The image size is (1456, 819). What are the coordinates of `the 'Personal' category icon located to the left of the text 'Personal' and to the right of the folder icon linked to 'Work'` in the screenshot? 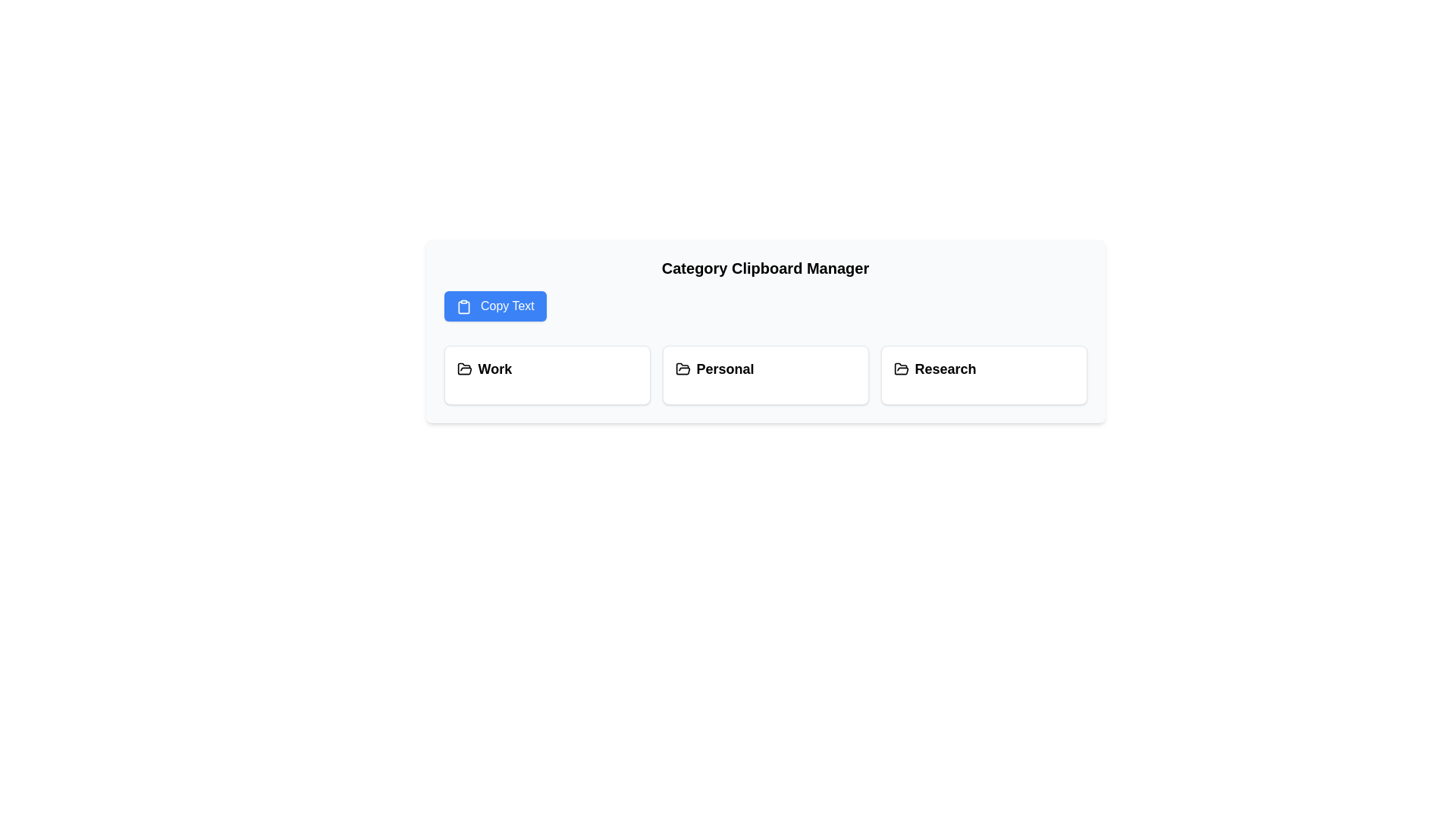 It's located at (682, 369).